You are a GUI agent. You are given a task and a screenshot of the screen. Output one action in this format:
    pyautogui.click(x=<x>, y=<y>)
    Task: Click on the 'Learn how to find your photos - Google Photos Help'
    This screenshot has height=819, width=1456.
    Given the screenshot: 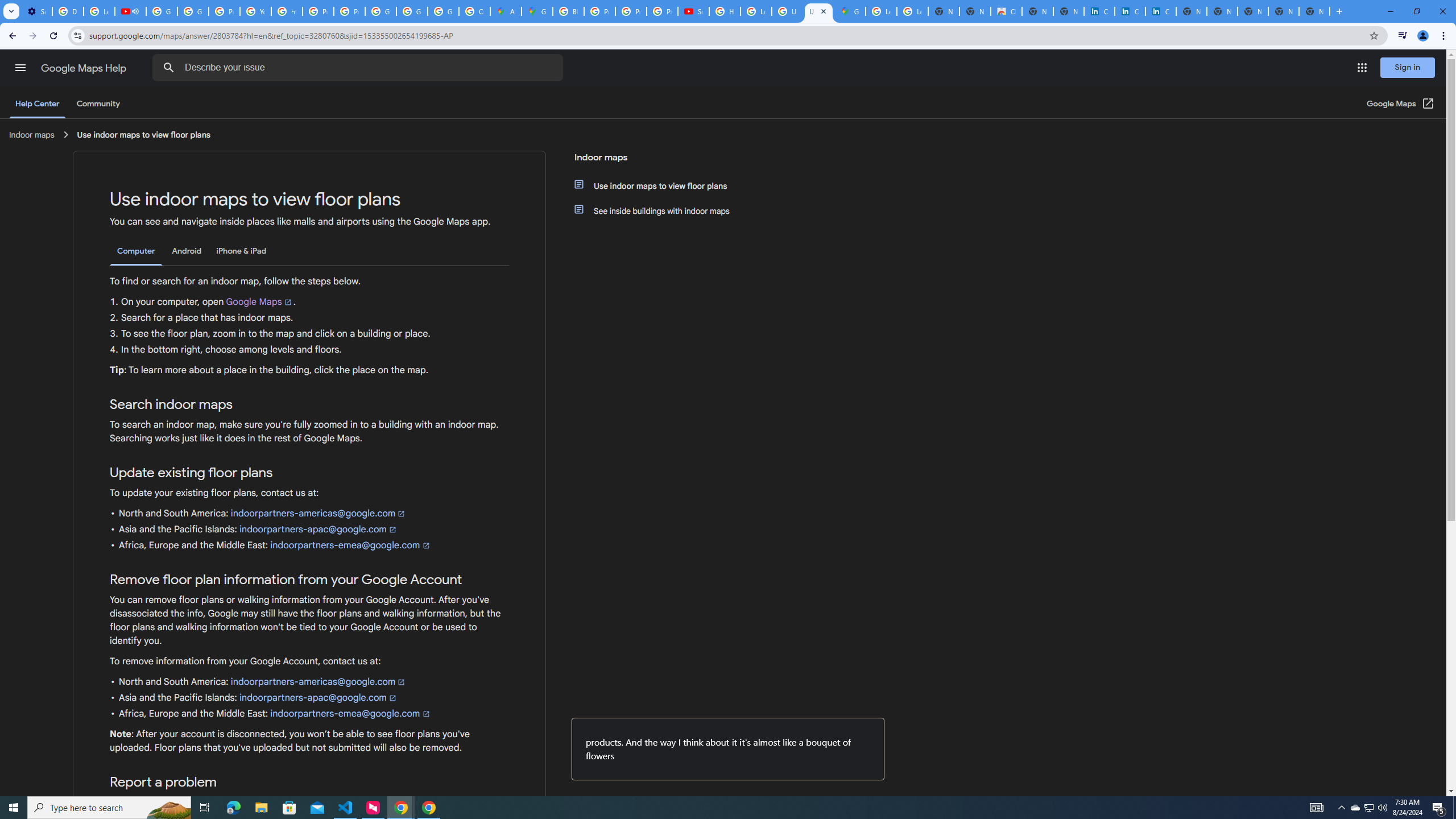 What is the action you would take?
    pyautogui.click(x=99, y=11)
    